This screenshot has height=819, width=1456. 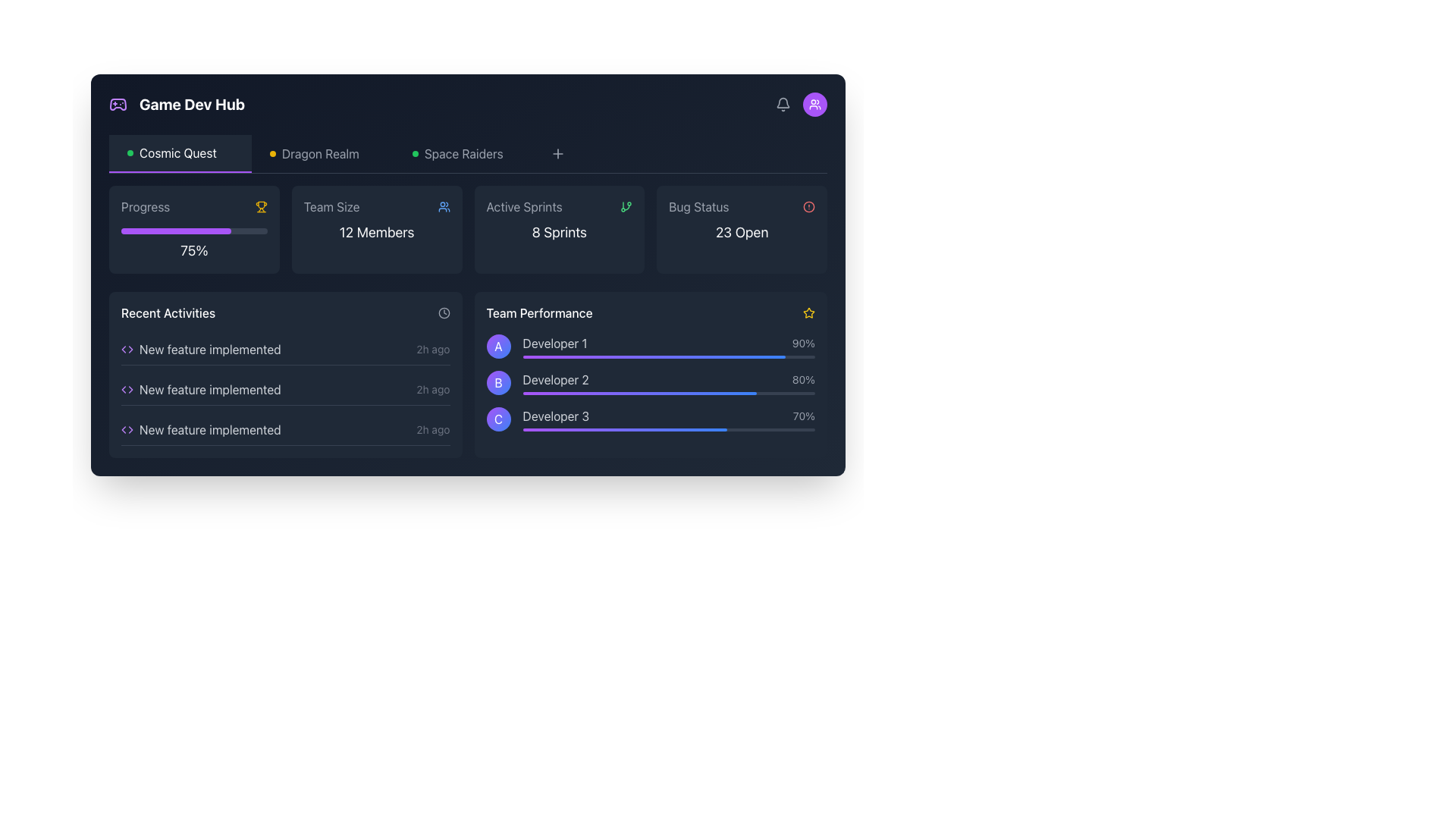 I want to click on the static text label 'New feature implemented' with the accompanying purple code icon, located as the third item in the 'Recent Activities' list, so click(x=200, y=430).